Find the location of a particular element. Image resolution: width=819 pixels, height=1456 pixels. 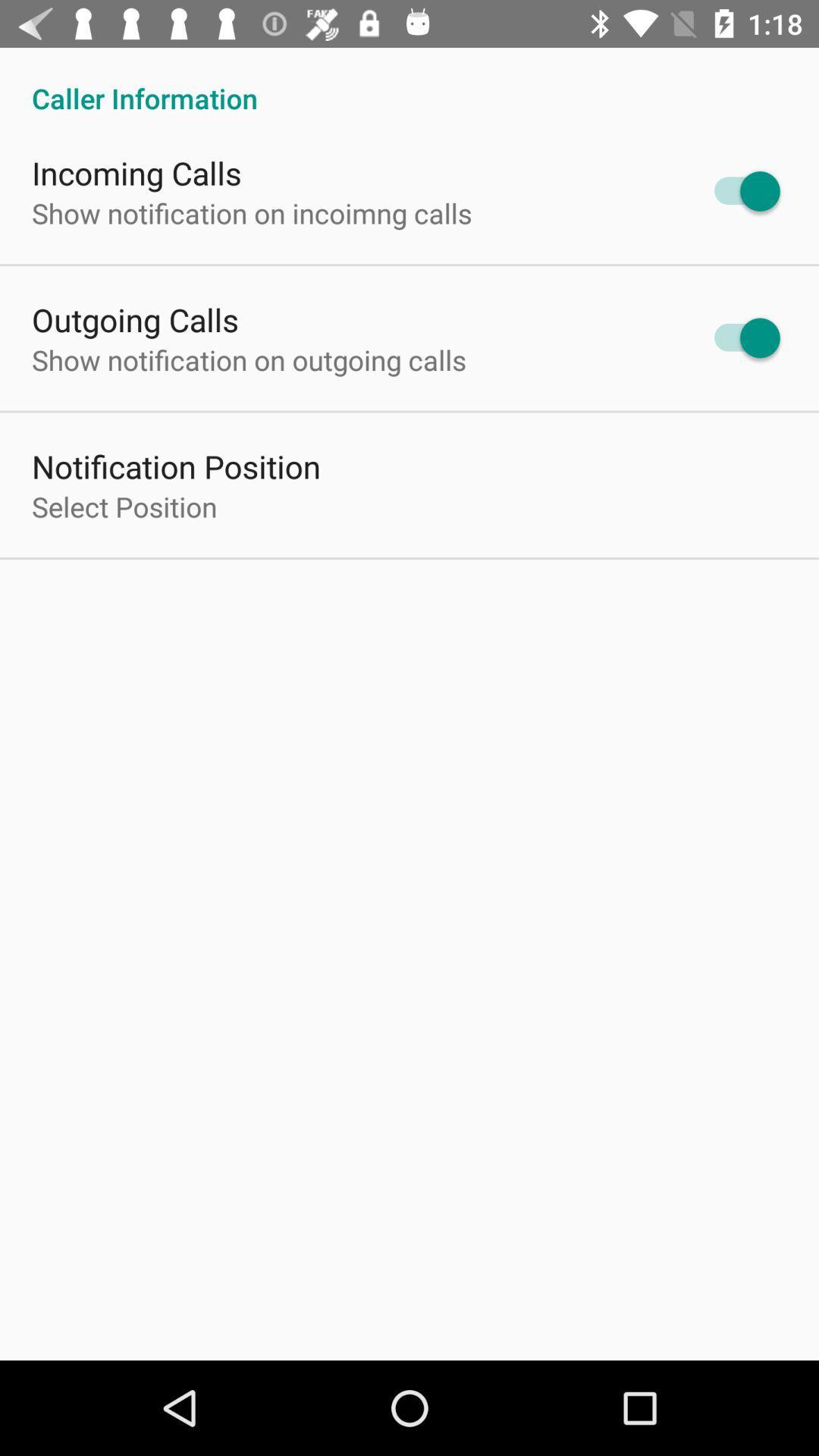

item below the caller information app is located at coordinates (136, 173).